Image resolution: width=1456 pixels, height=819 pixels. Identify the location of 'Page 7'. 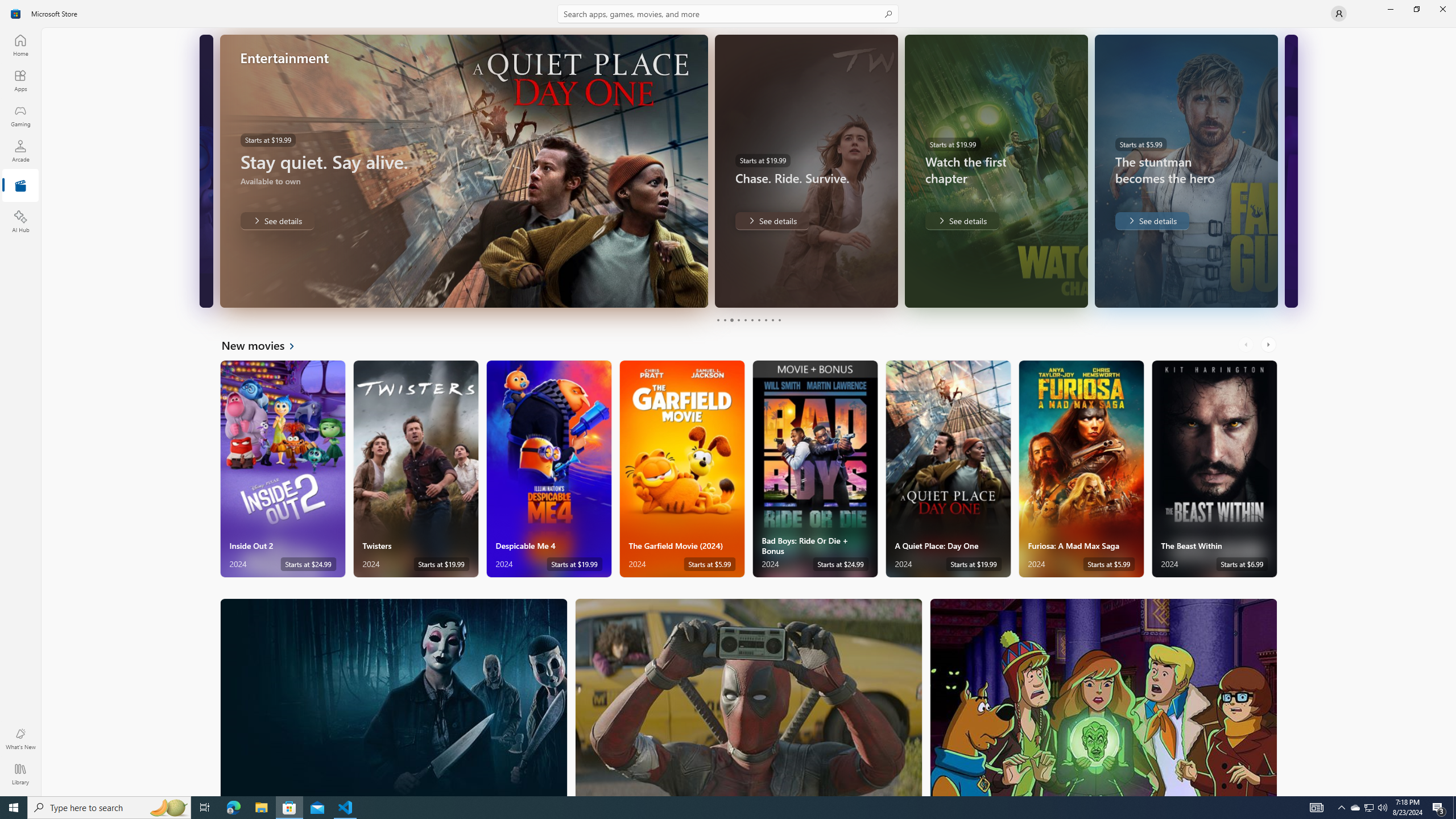
(758, 320).